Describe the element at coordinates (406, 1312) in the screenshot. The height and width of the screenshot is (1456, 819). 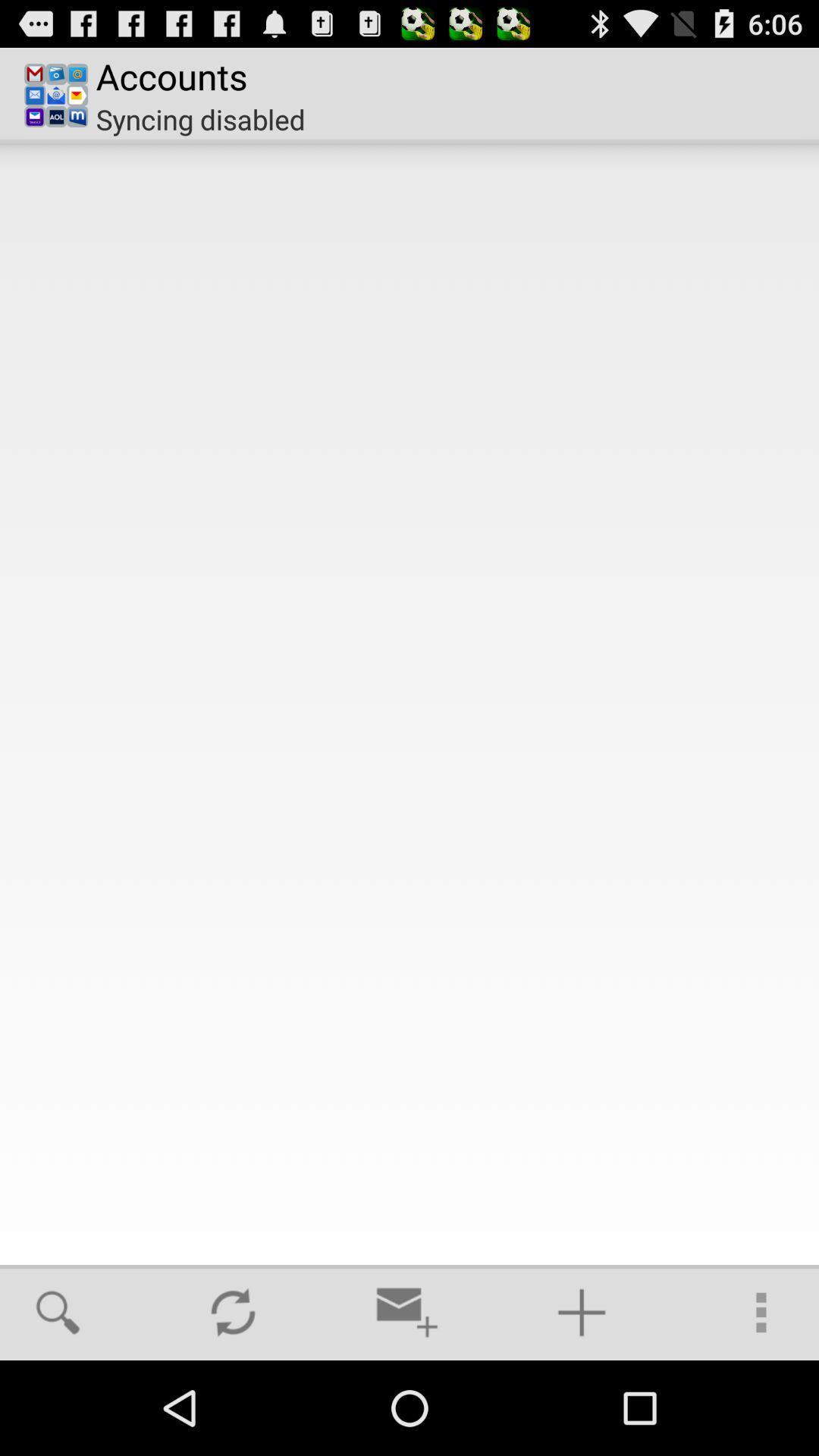
I see `icon at the bottom` at that location.